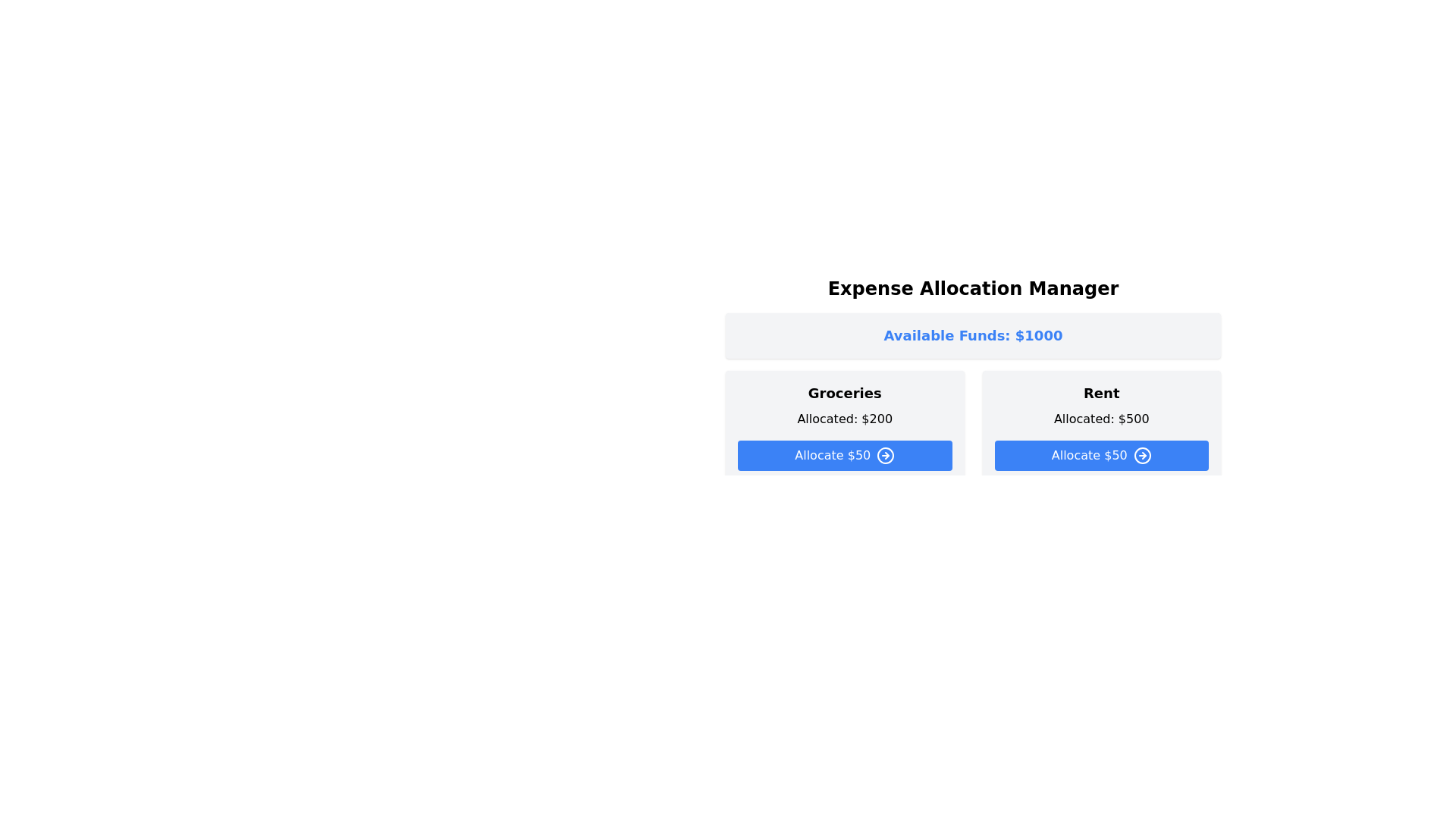  Describe the element at coordinates (1142, 455) in the screenshot. I see `the circular arrow icon located inside the blue 'Allocate $50' button, which is positioned in the rightmost section of a two-column layout, directly related to the 'Rent' section above it` at that location.